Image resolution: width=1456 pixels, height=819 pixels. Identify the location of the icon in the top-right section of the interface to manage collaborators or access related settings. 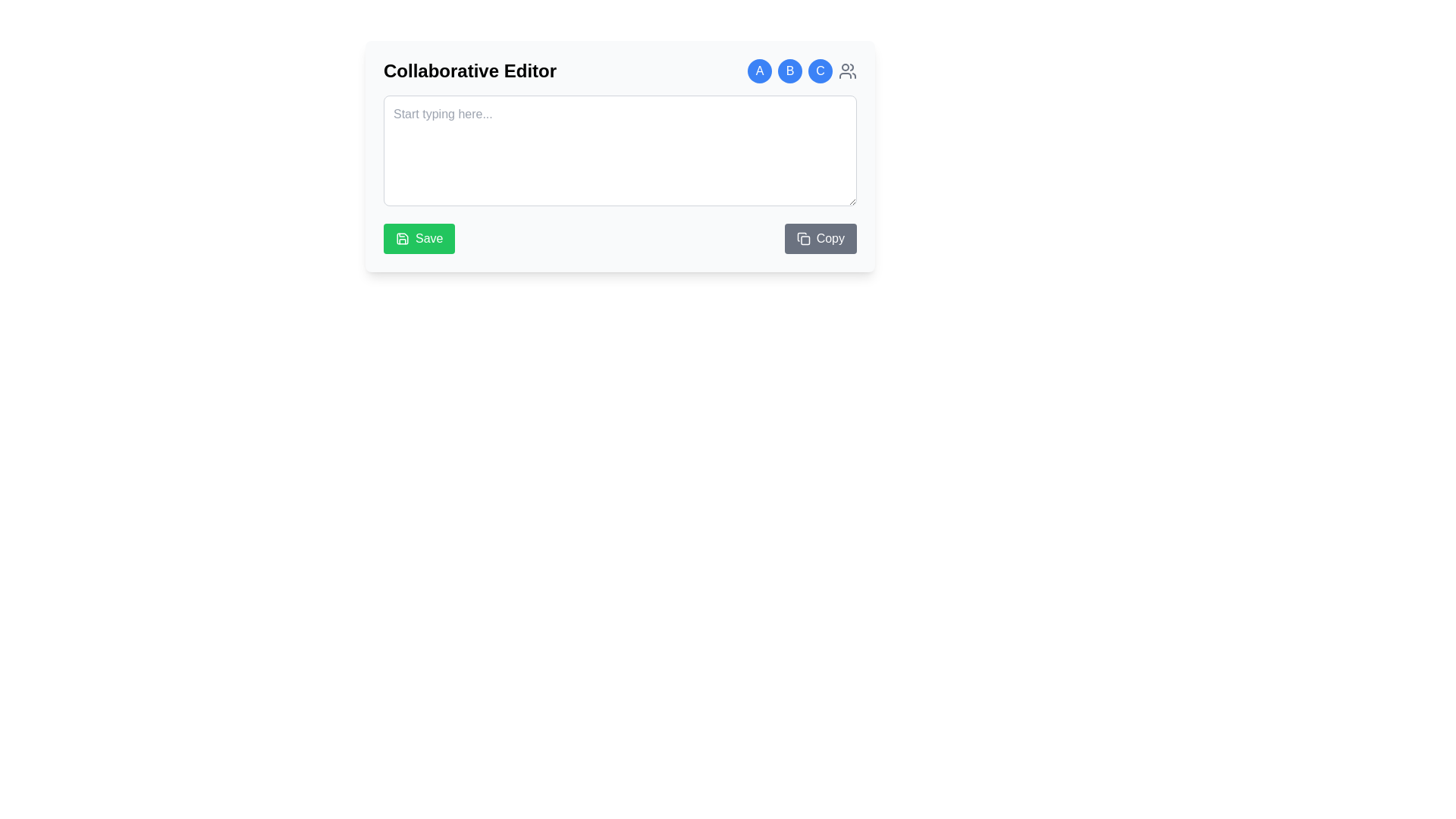
(847, 71).